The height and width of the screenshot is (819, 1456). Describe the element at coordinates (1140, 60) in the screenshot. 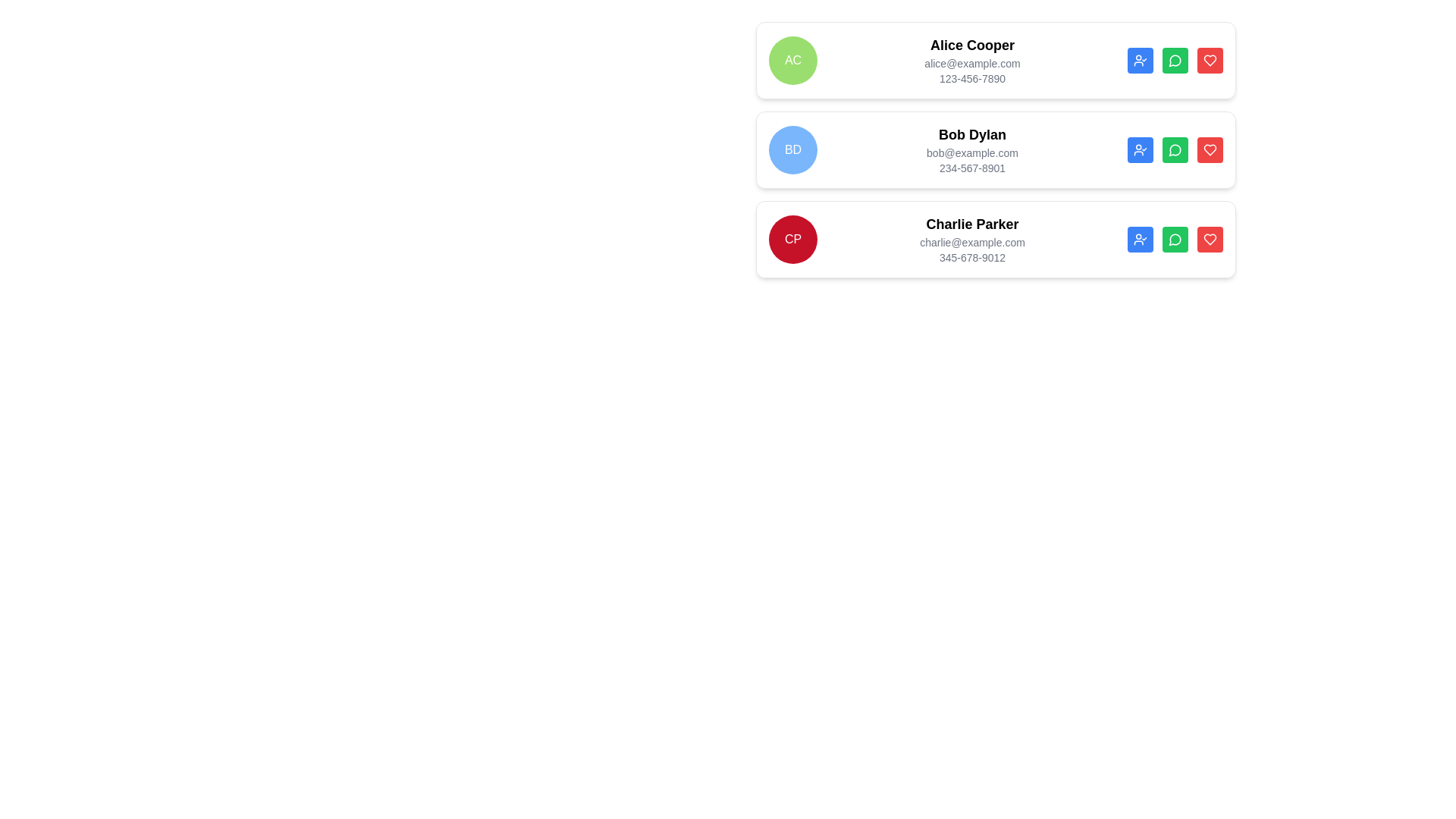

I see `the blue button containing the SVG icon for approving or confirming the contact 'Alice Cooper'` at that location.